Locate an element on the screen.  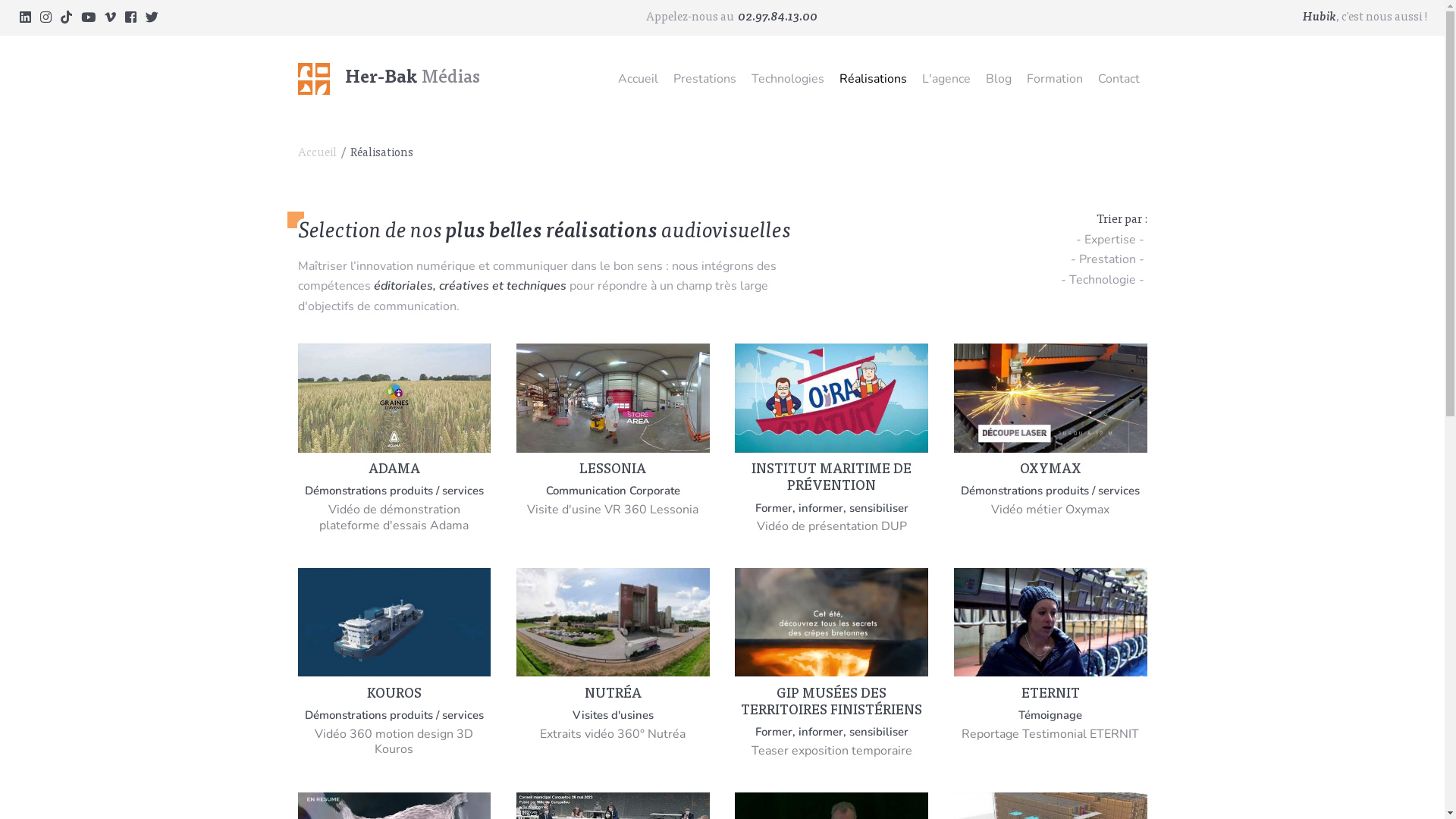
'02.97.84.13.00' is located at coordinates (736, 17).